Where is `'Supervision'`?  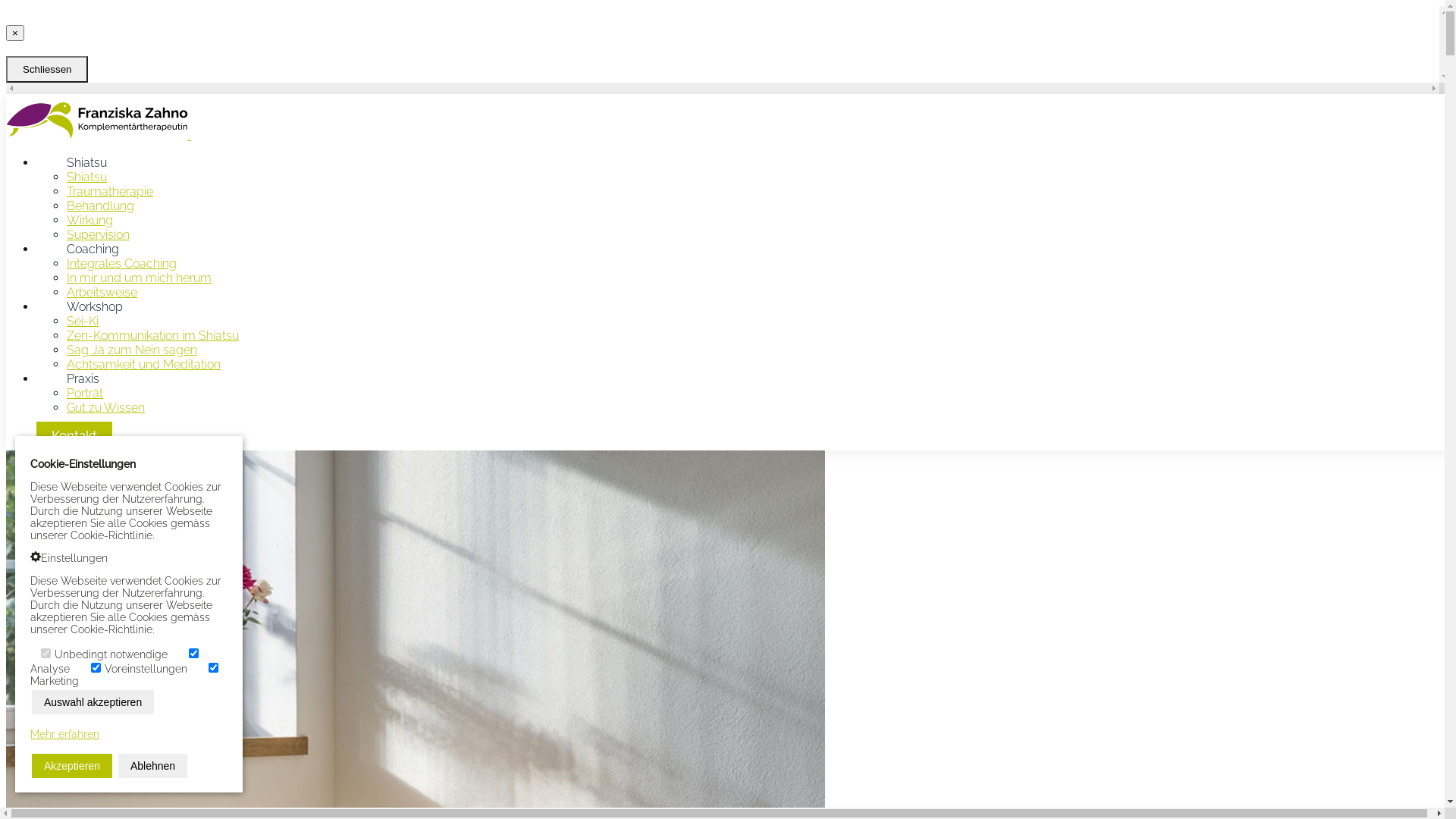
'Supervision' is located at coordinates (97, 234).